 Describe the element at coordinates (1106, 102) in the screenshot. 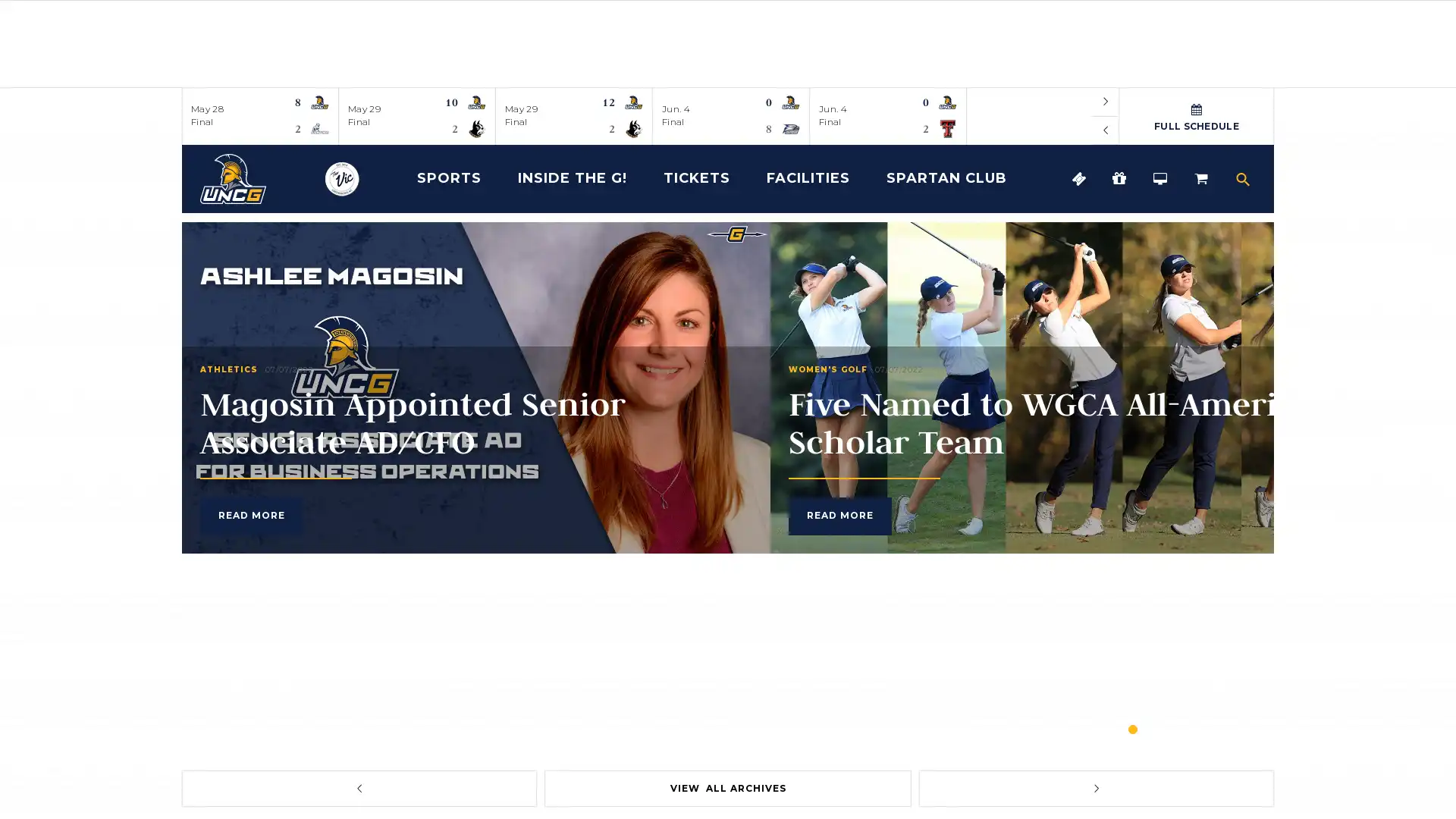

I see `next` at that location.